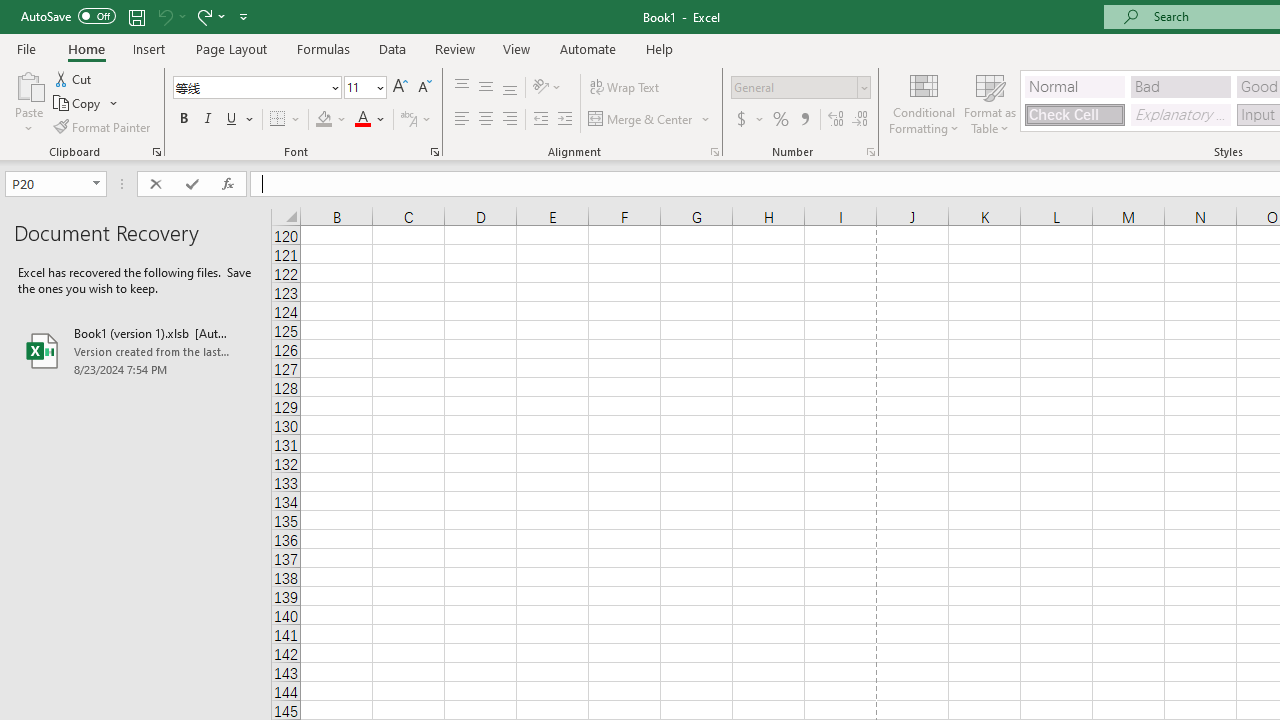 This screenshot has width=1280, height=720. Describe the element at coordinates (990, 103) in the screenshot. I see `'Format as Table'` at that location.